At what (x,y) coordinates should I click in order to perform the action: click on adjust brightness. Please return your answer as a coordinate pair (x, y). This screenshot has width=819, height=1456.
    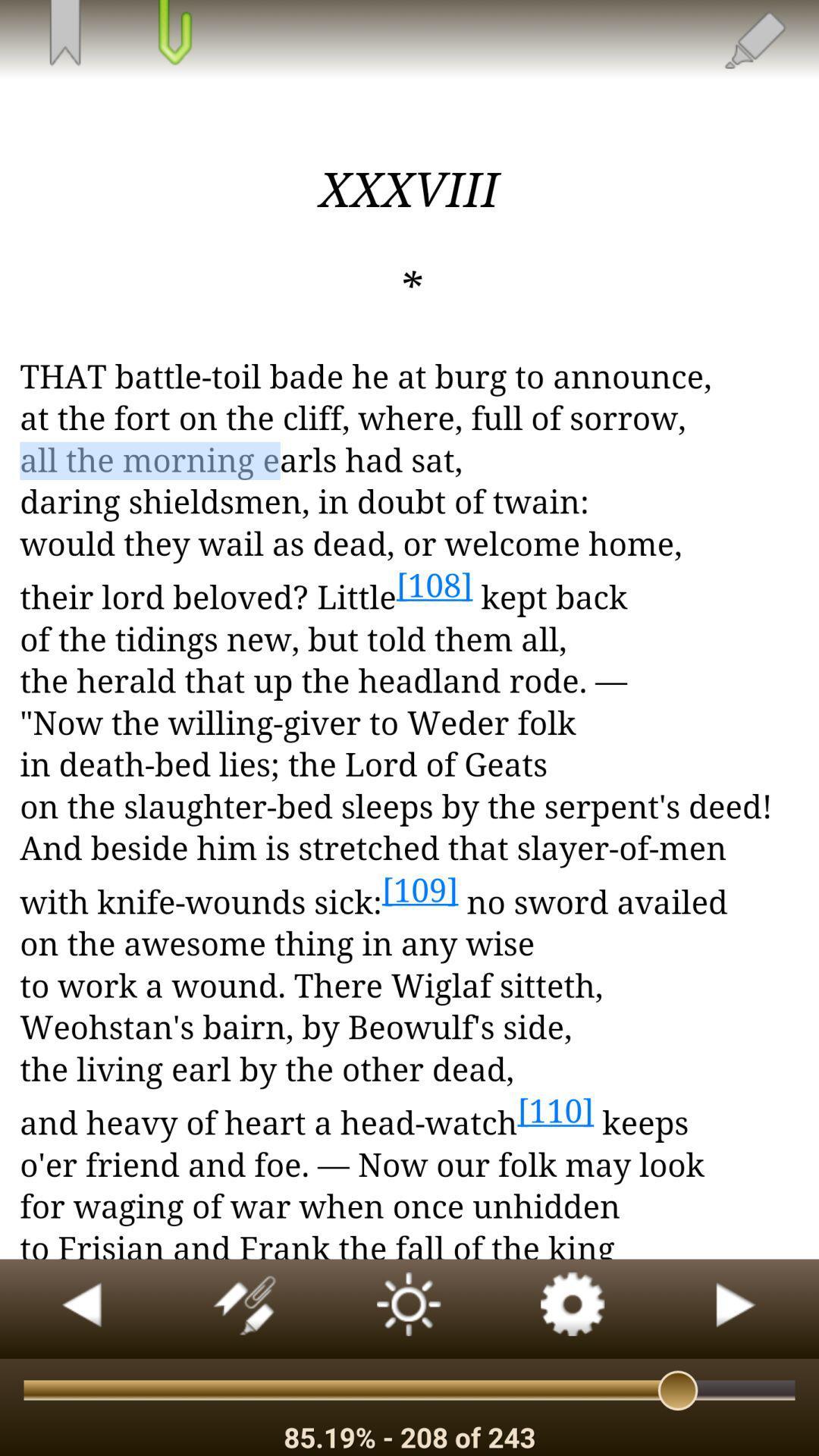
    Looking at the image, I should click on (409, 1308).